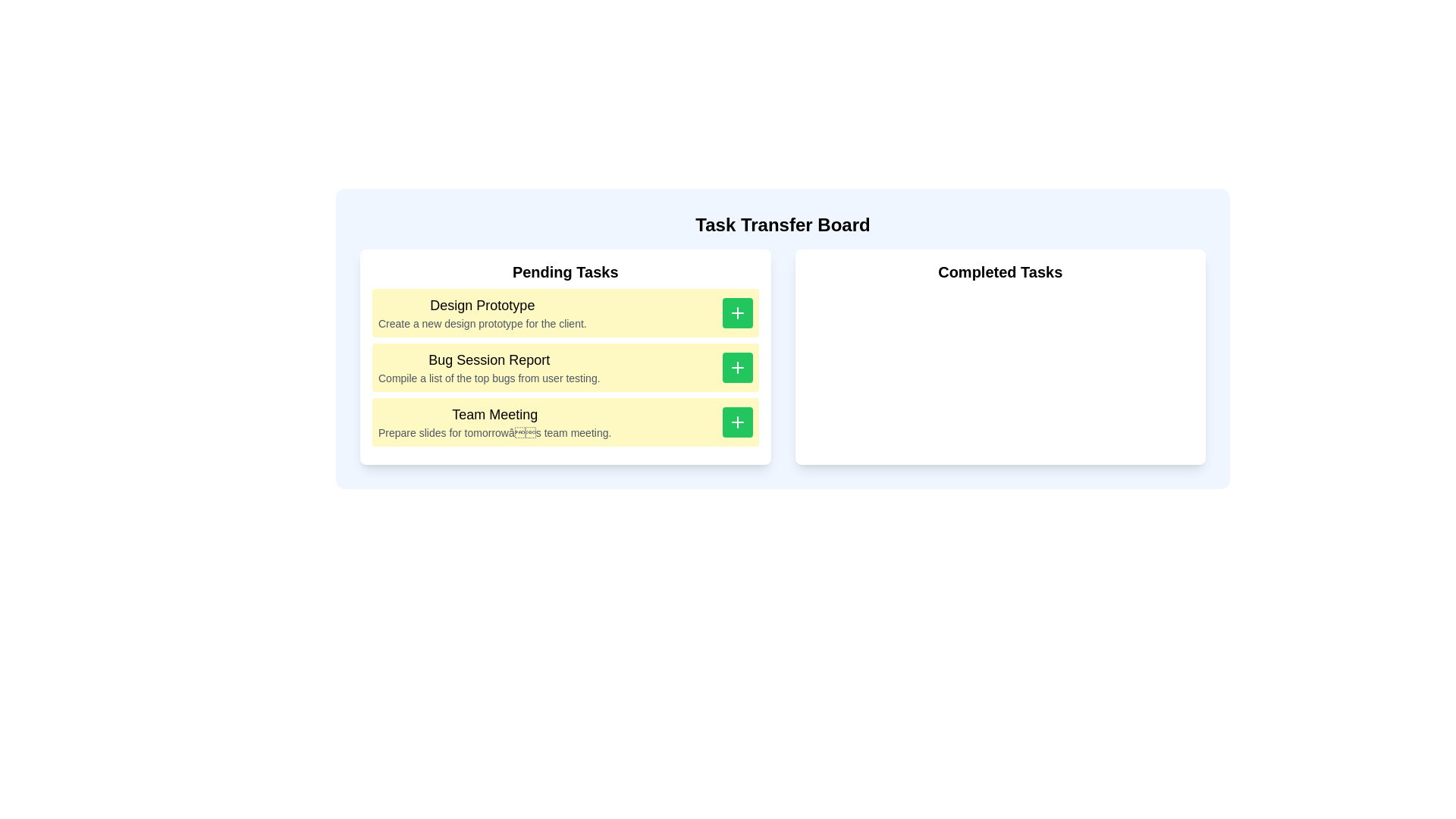  Describe the element at coordinates (737, 312) in the screenshot. I see `'+' button for the task 'Design Prototype' to move it to 'Completed Tasks'` at that location.